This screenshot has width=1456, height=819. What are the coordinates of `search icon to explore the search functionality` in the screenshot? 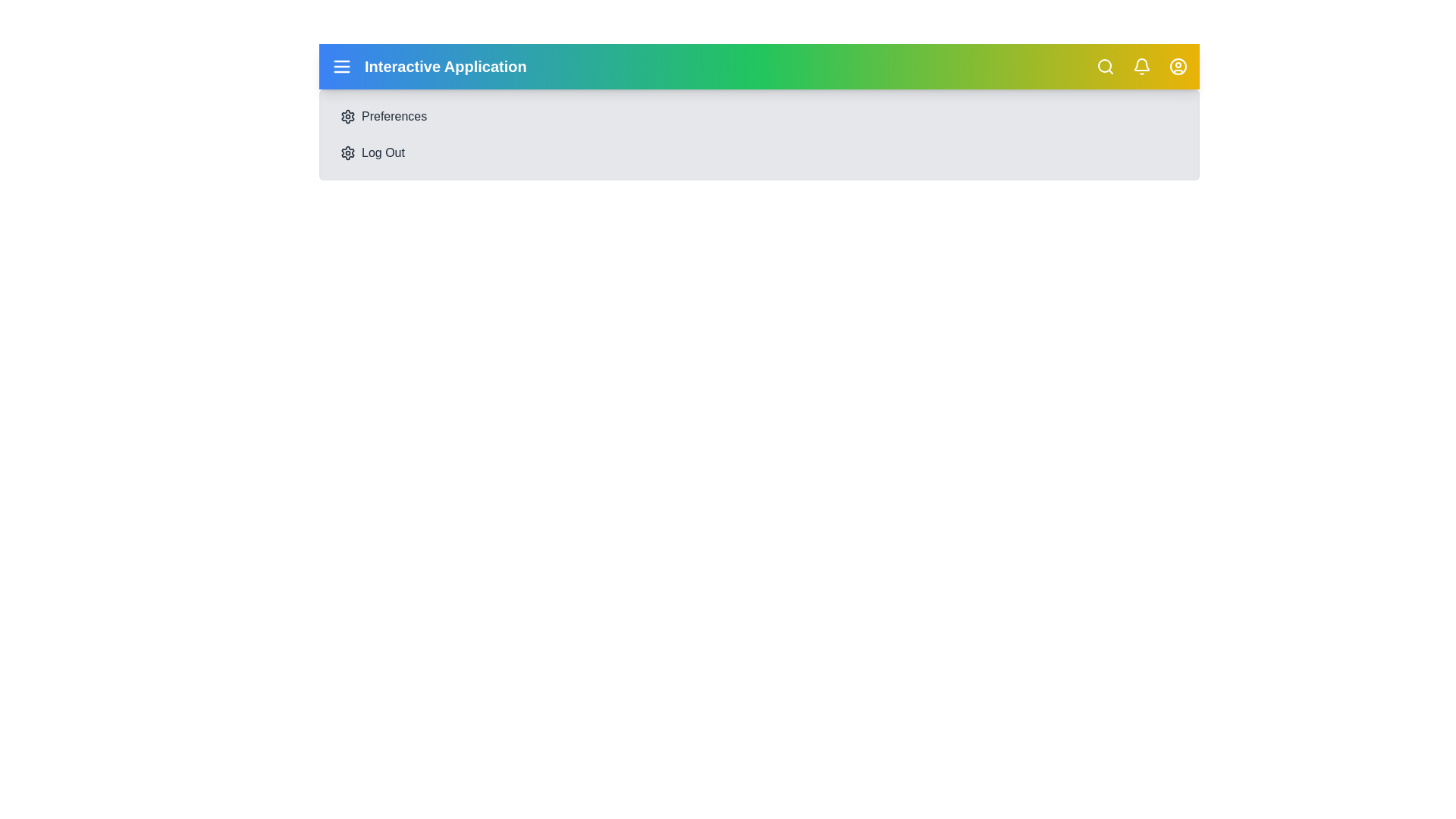 It's located at (1106, 66).